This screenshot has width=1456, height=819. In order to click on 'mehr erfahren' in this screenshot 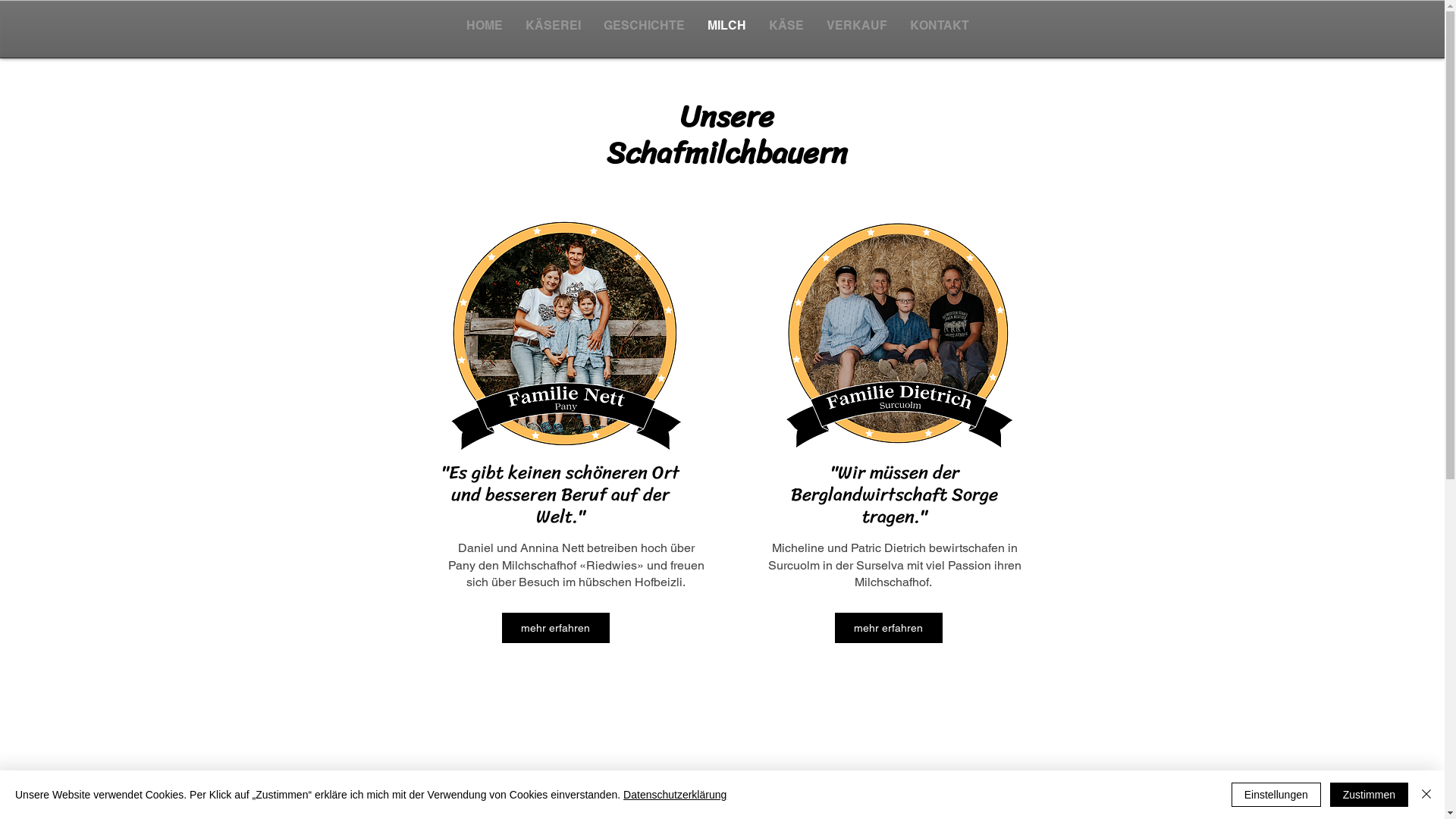, I will do `click(555, 628)`.